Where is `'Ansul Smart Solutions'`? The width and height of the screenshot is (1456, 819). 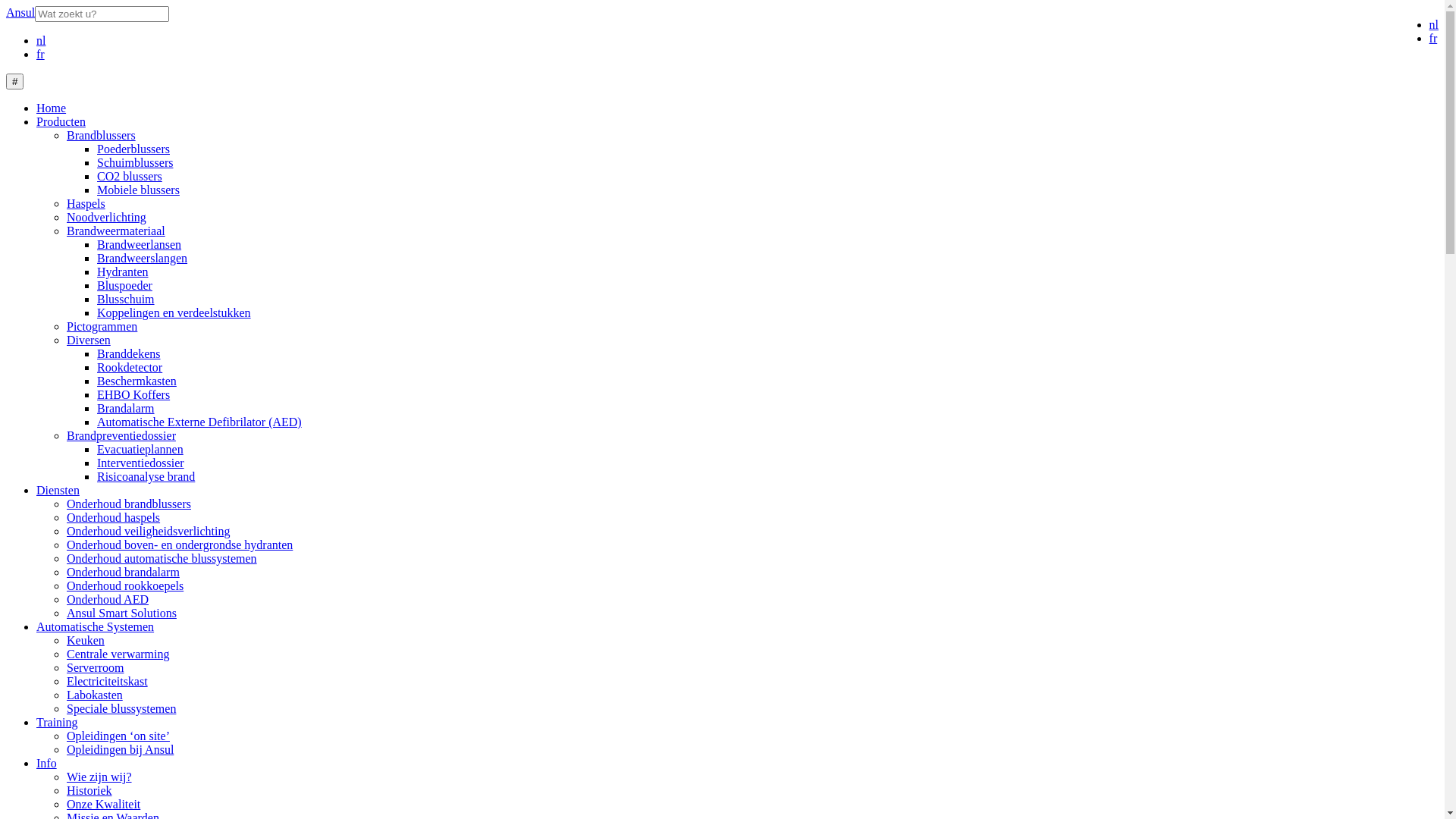
'Ansul Smart Solutions' is located at coordinates (65, 612).